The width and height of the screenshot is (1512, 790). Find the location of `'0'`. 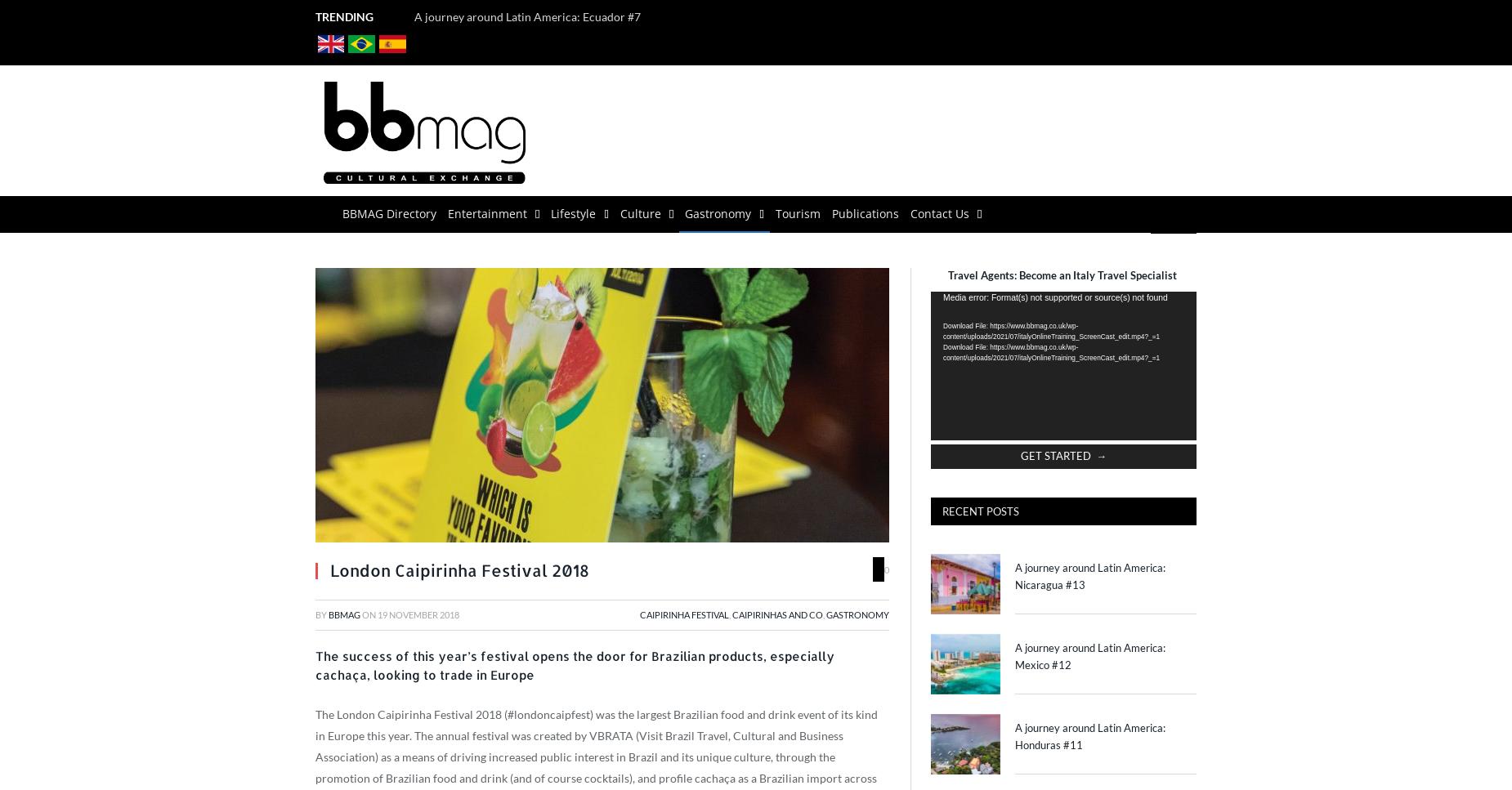

'0' is located at coordinates (883, 569).